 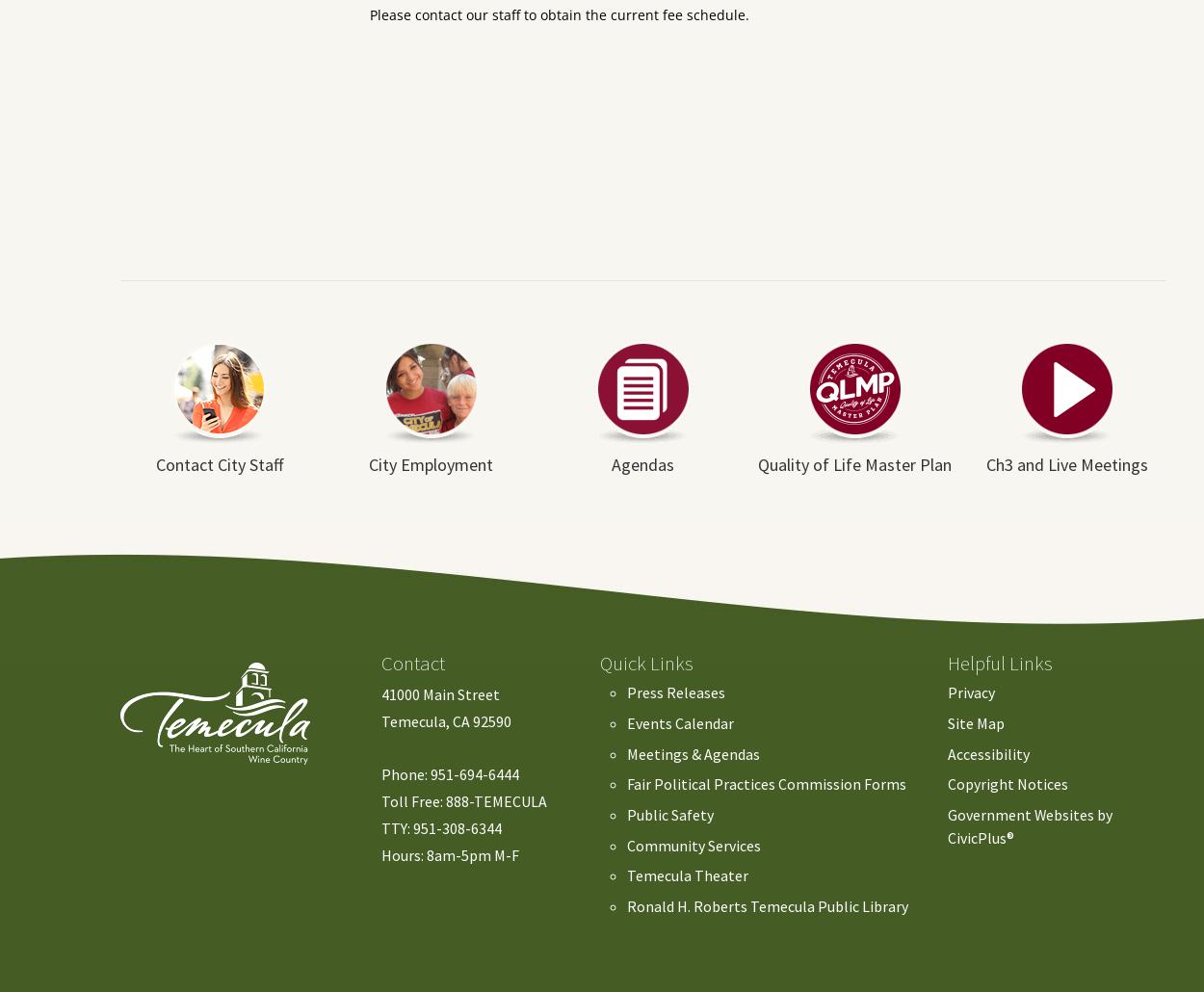 I want to click on 'Privacy', so click(x=971, y=692).